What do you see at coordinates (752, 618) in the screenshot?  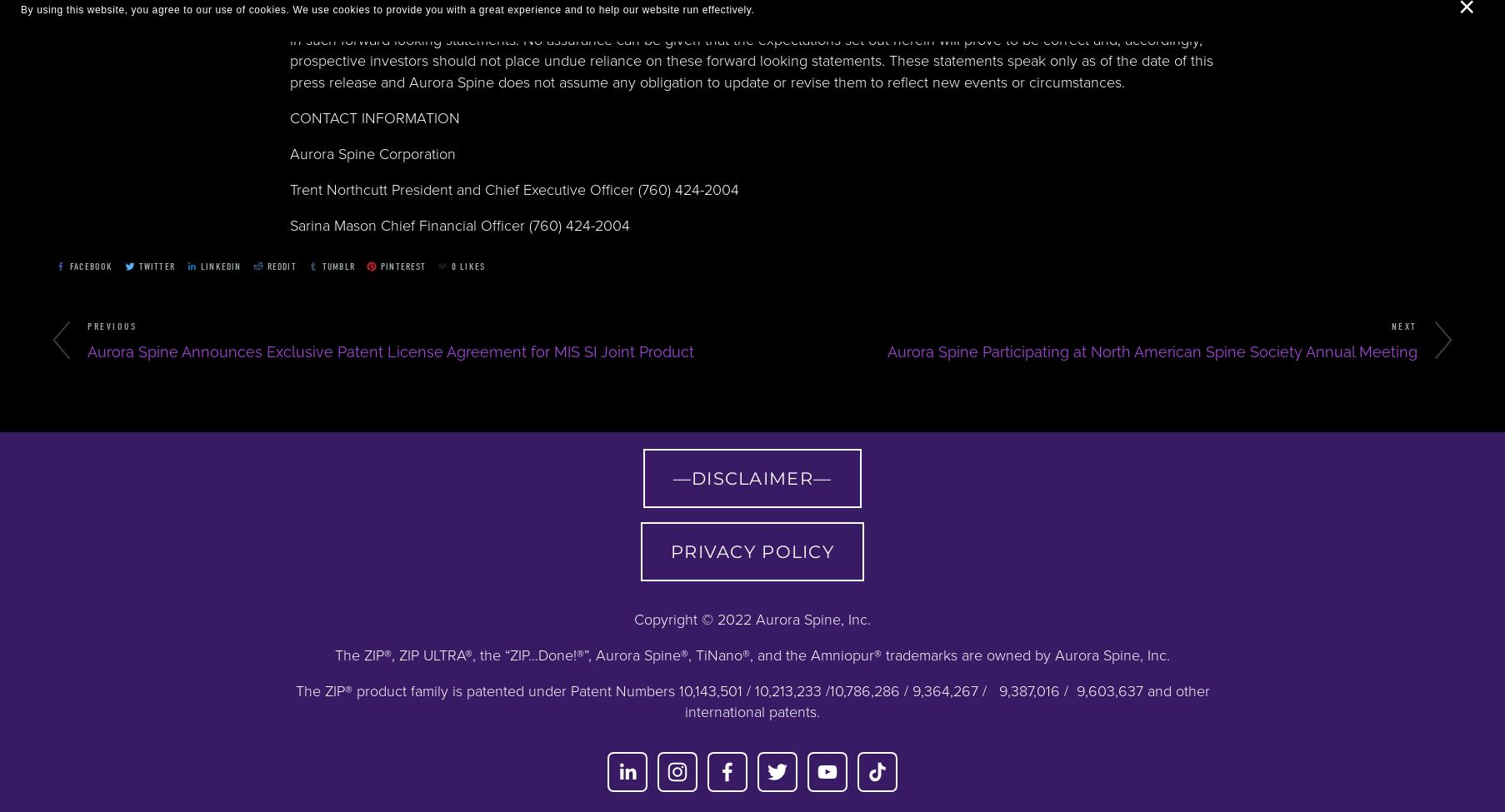 I see `'Copyright © 2022 Aurora Spine, Inc.'` at bounding box center [752, 618].